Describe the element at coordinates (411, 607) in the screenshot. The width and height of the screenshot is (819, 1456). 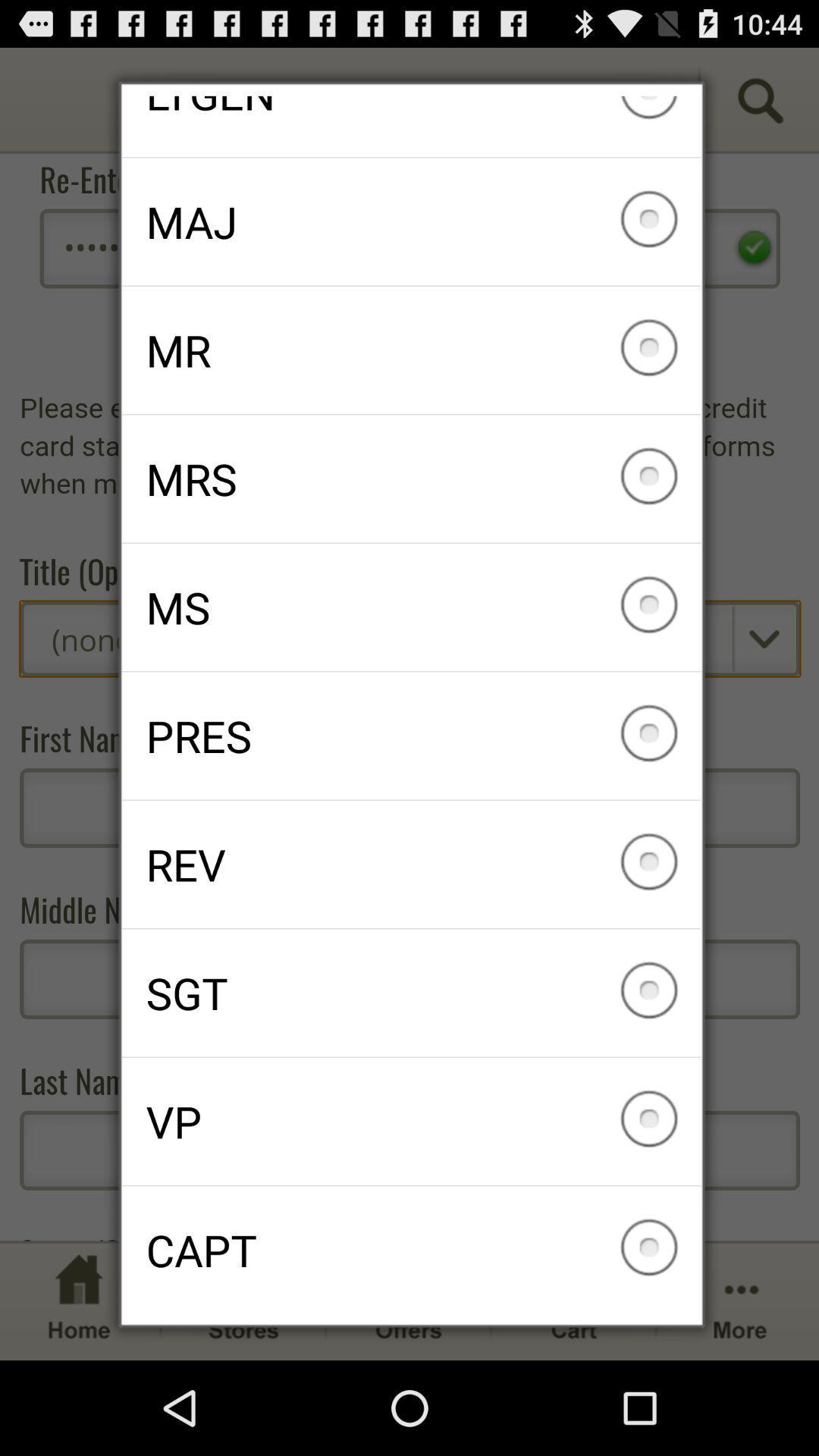
I see `item below mrs item` at that location.